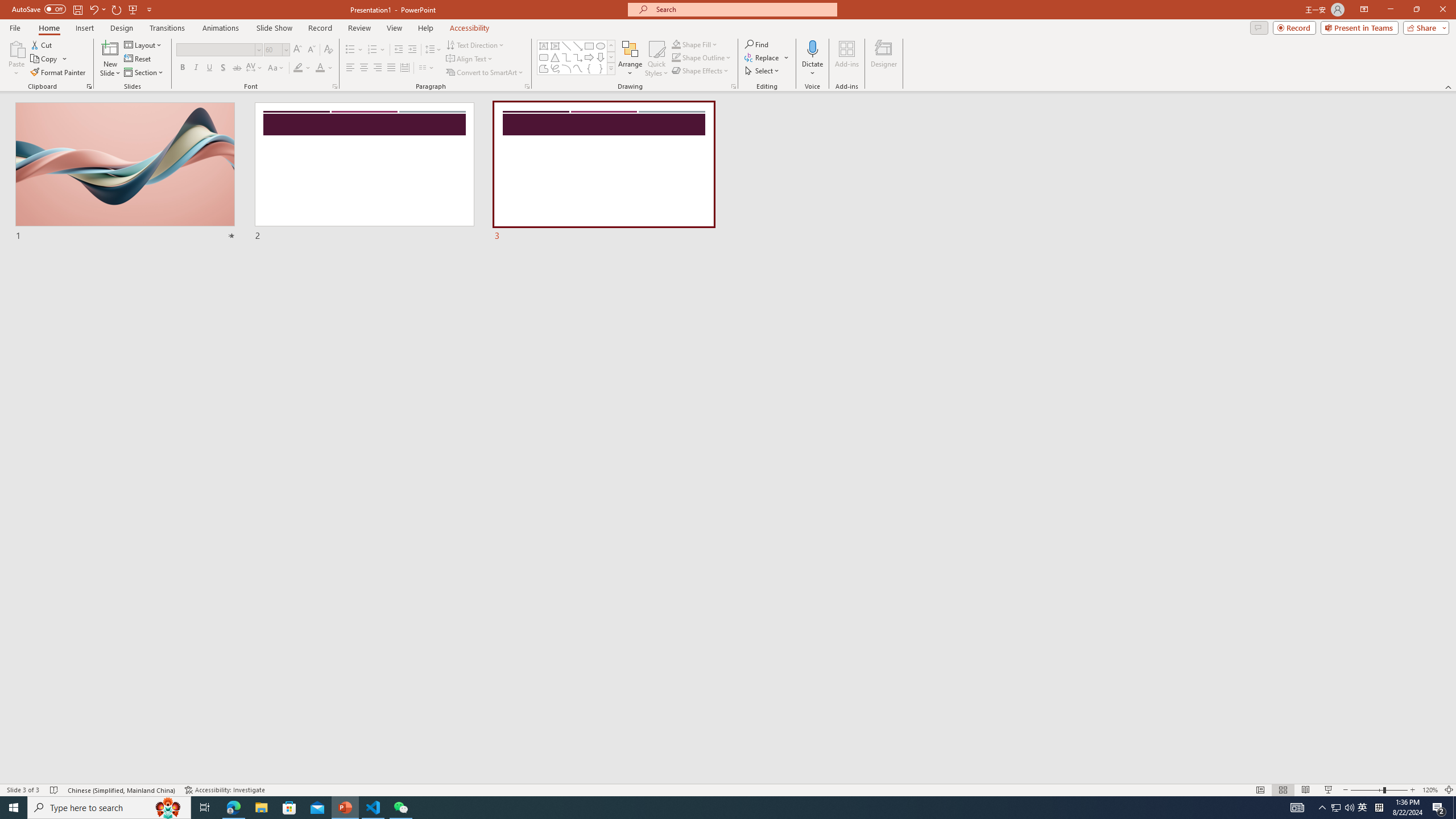  I want to click on 'Zoom 120%', so click(1430, 790).